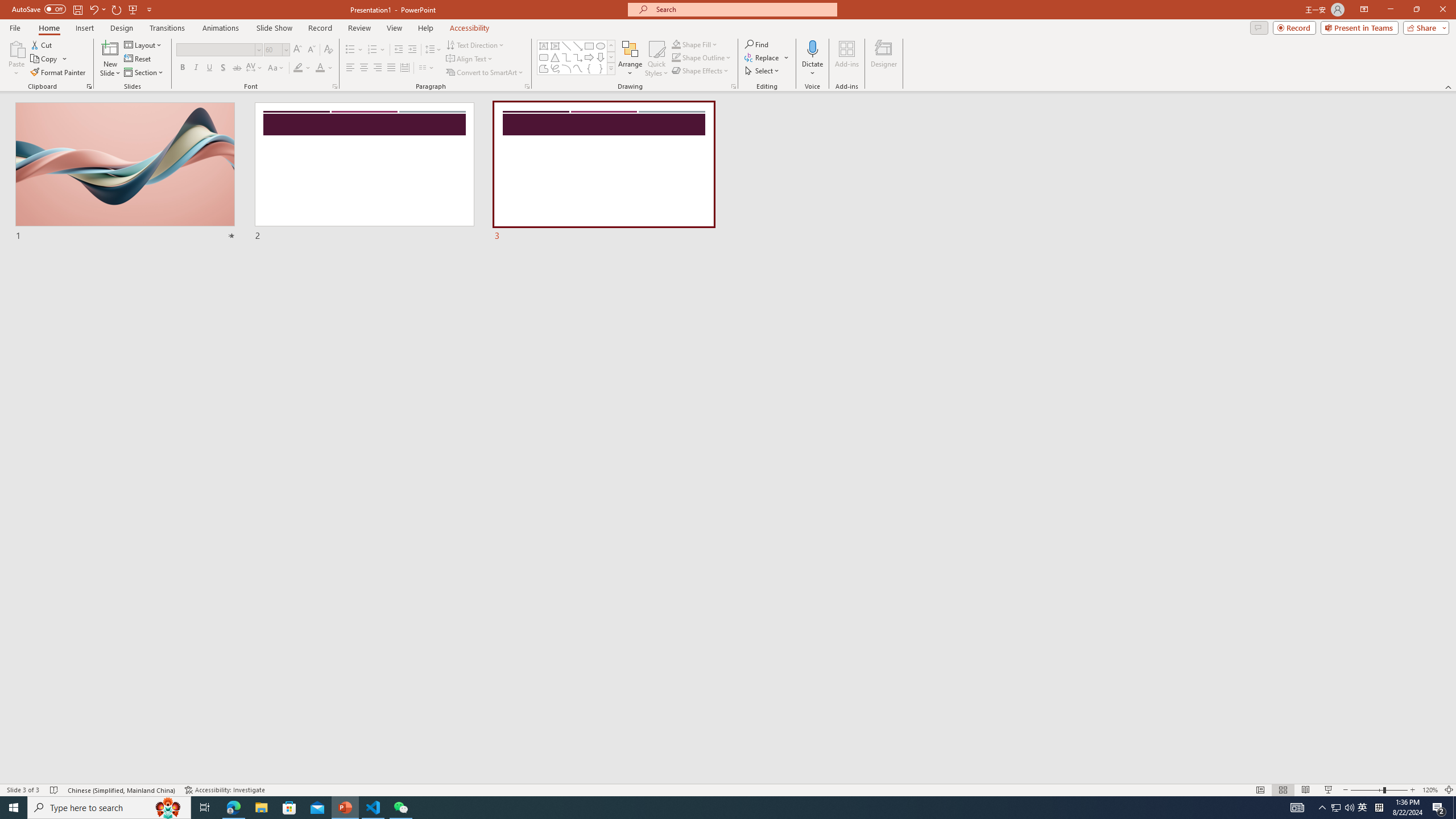  I want to click on 'Zoom 120%', so click(1430, 790).